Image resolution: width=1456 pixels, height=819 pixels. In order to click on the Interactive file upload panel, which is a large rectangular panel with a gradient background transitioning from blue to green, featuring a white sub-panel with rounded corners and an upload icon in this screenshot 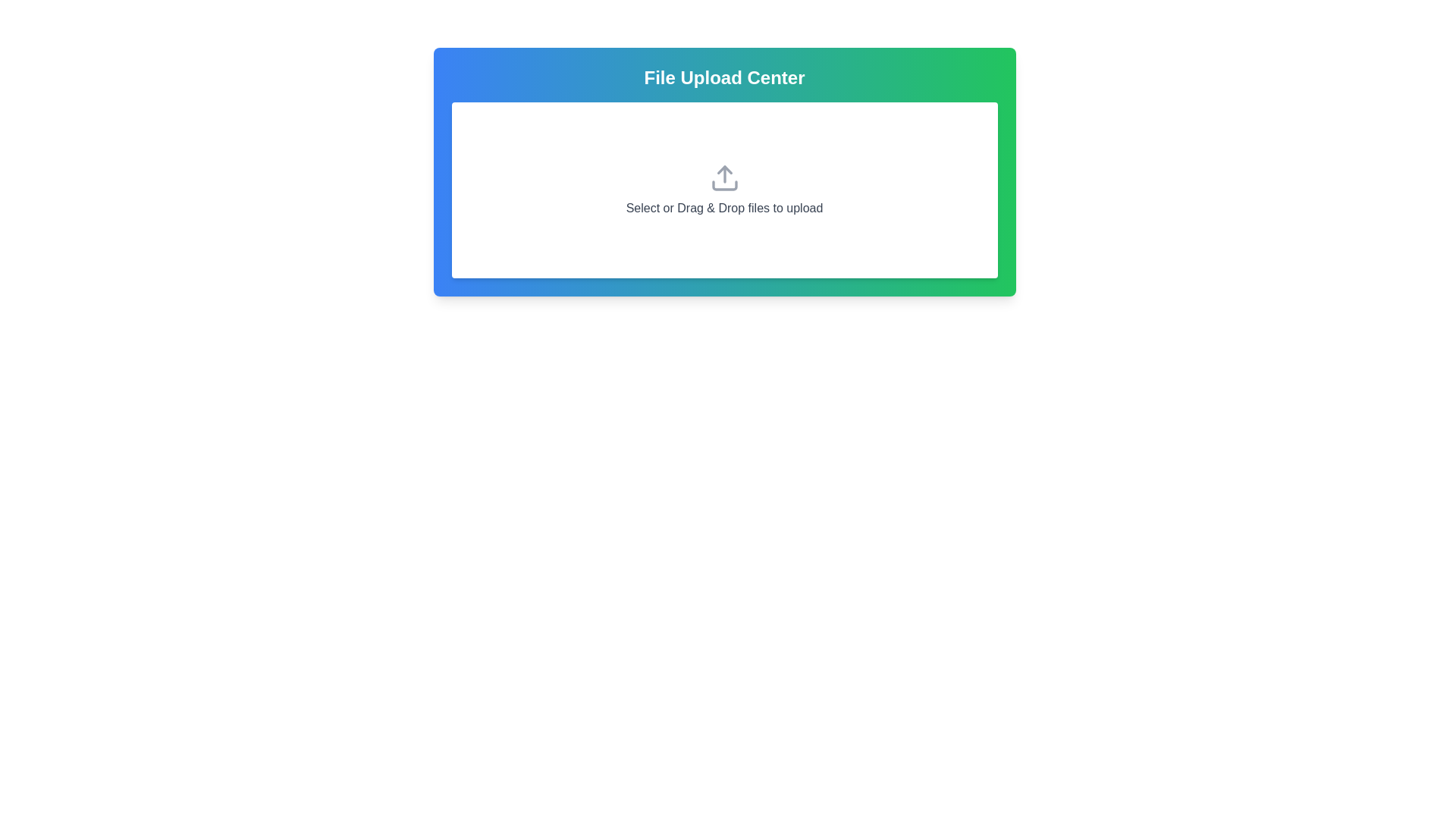, I will do `click(723, 171)`.